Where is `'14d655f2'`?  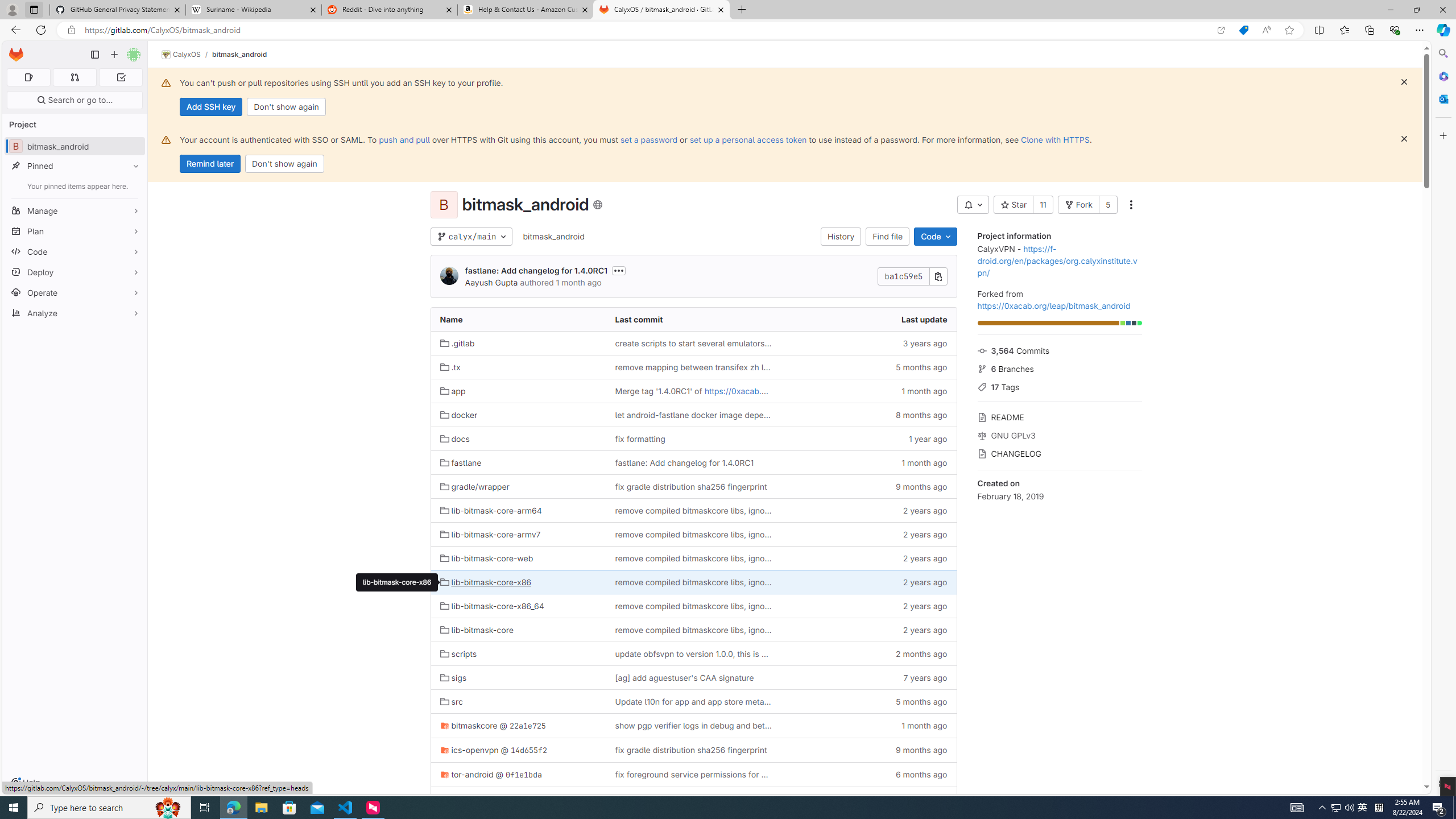 '14d655f2' is located at coordinates (528, 750).